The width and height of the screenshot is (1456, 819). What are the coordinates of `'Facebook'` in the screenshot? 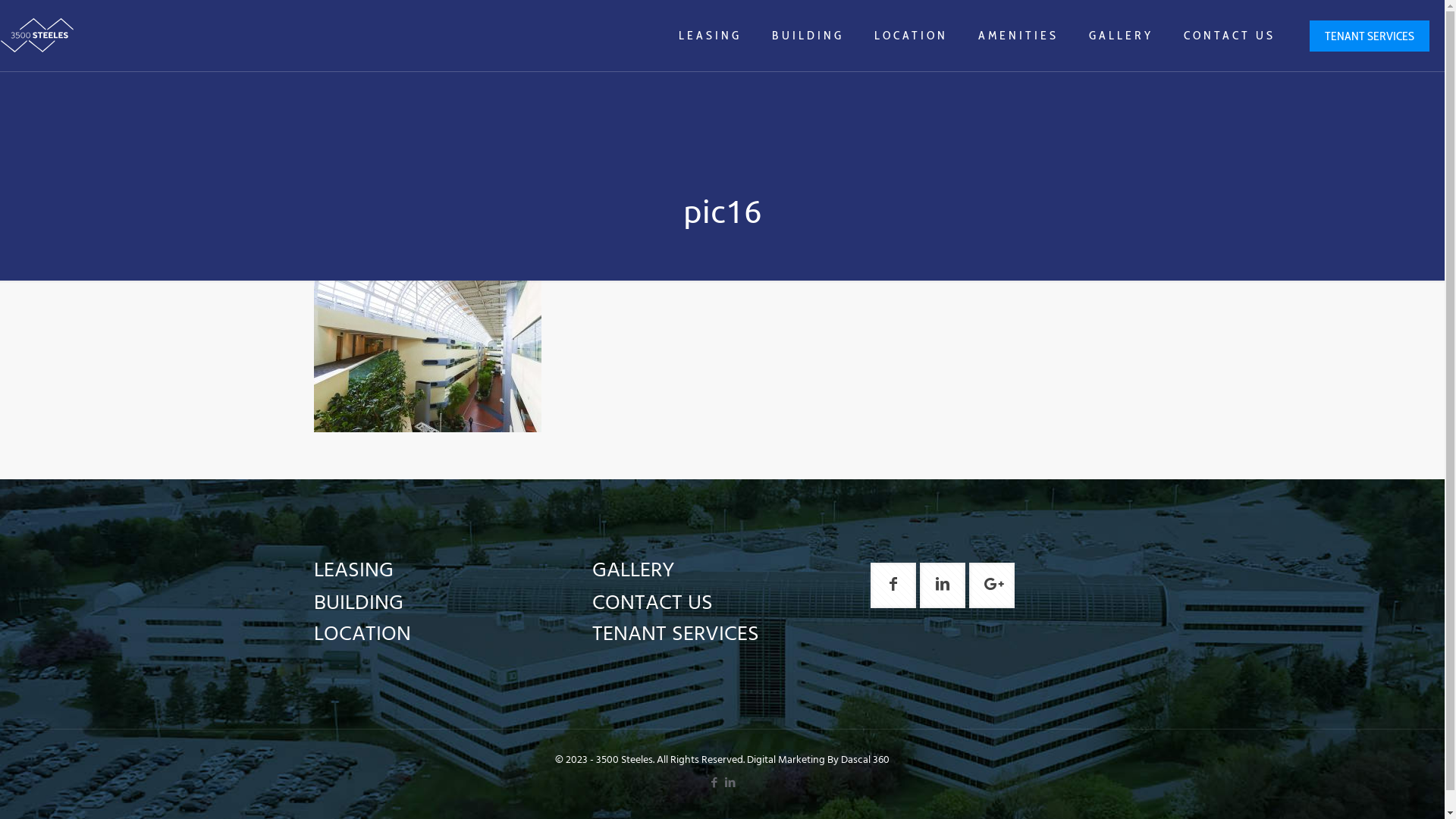 It's located at (713, 783).